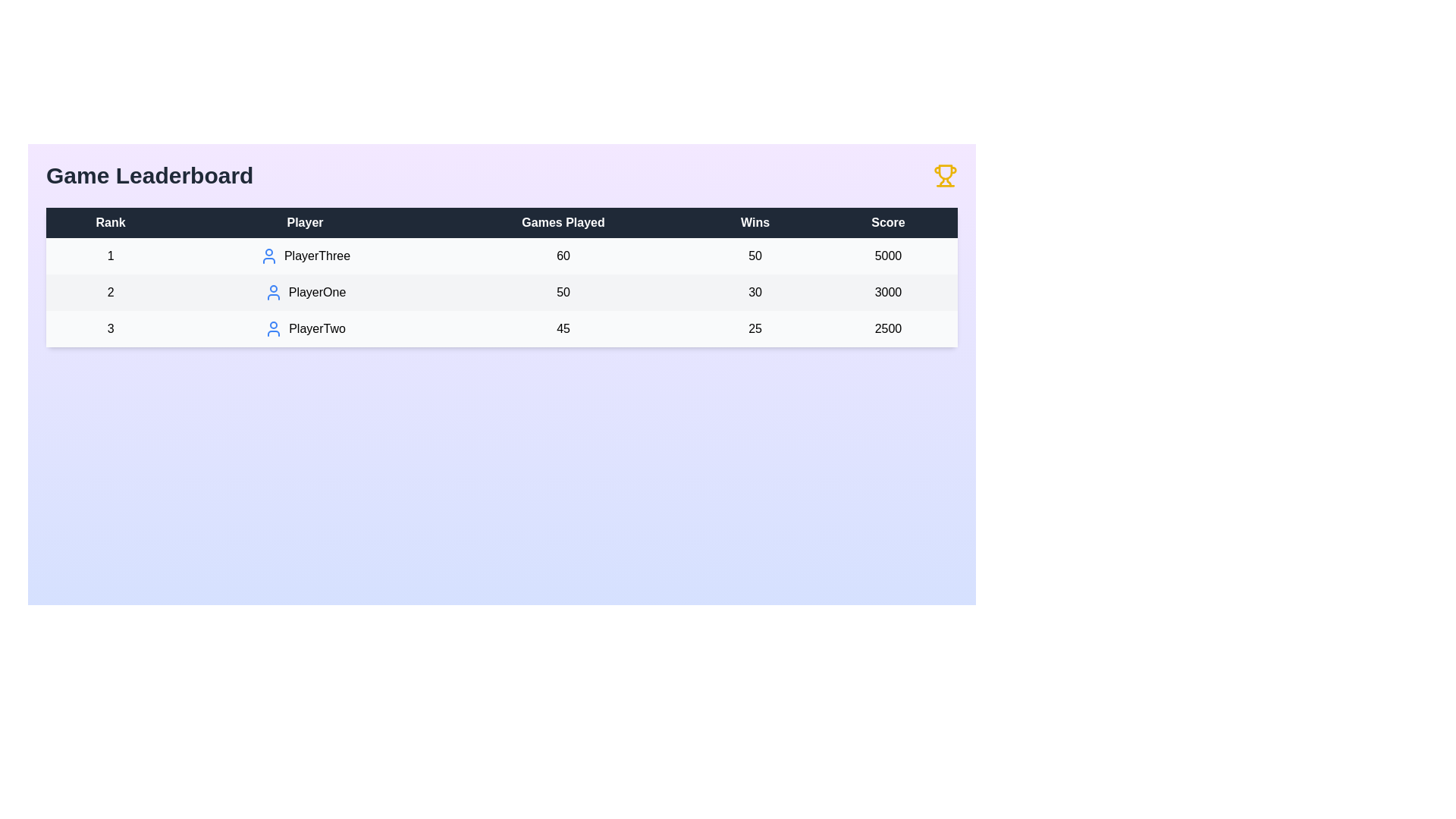  What do you see at coordinates (304, 292) in the screenshot?
I see `the Text with Icon in the second row of the leaderboard table under the 'Player' header to identify the player and view their statistics` at bounding box center [304, 292].